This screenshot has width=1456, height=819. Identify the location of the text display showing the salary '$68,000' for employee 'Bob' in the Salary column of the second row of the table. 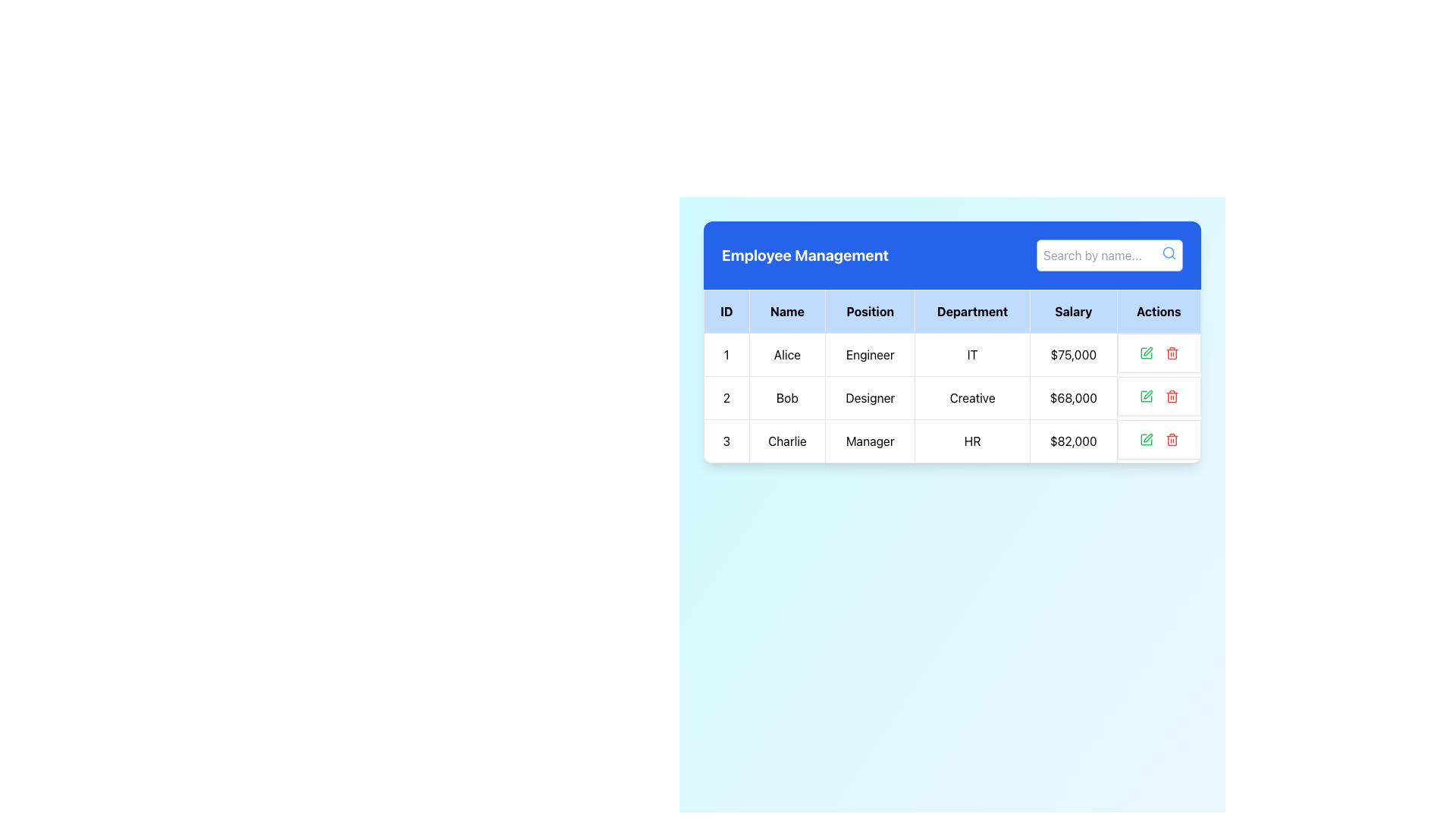
(1072, 397).